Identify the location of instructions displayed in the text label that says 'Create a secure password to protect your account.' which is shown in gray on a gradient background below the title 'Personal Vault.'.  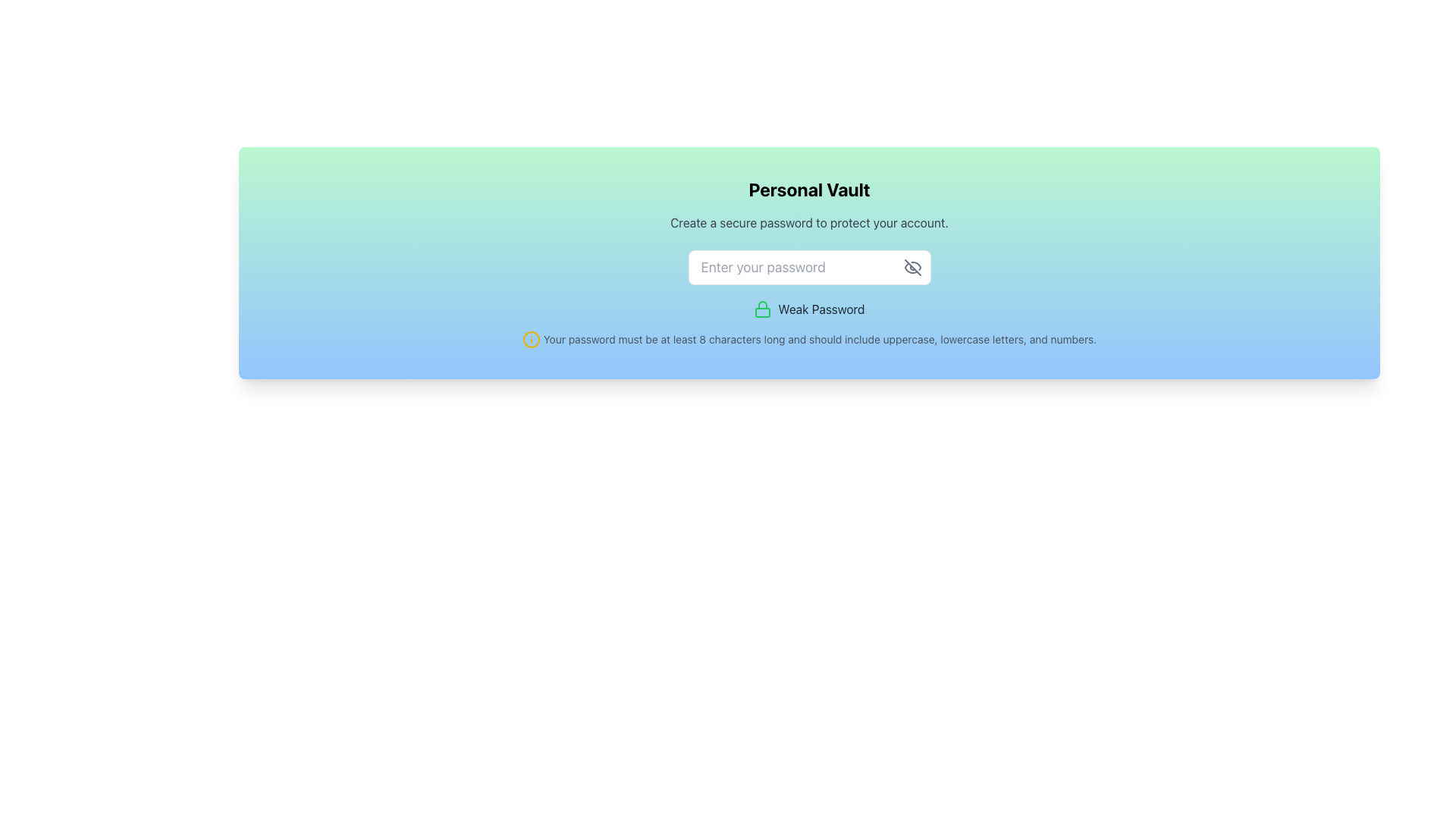
(808, 222).